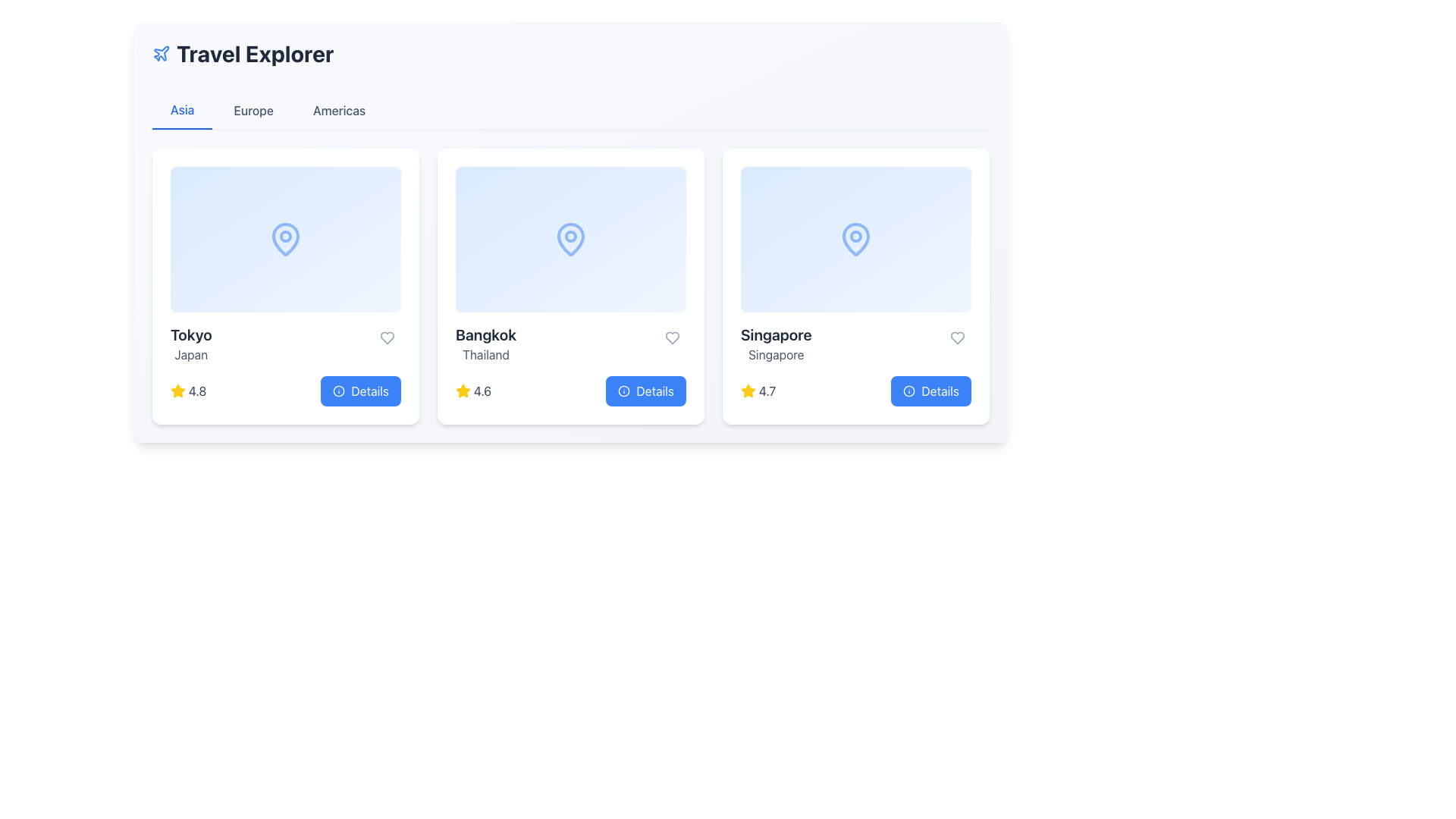  I want to click on the text label indicating the country associated with the city 'Bangkok', which is located at the bottom-center of the middle card in a grid of three cards, so click(486, 354).